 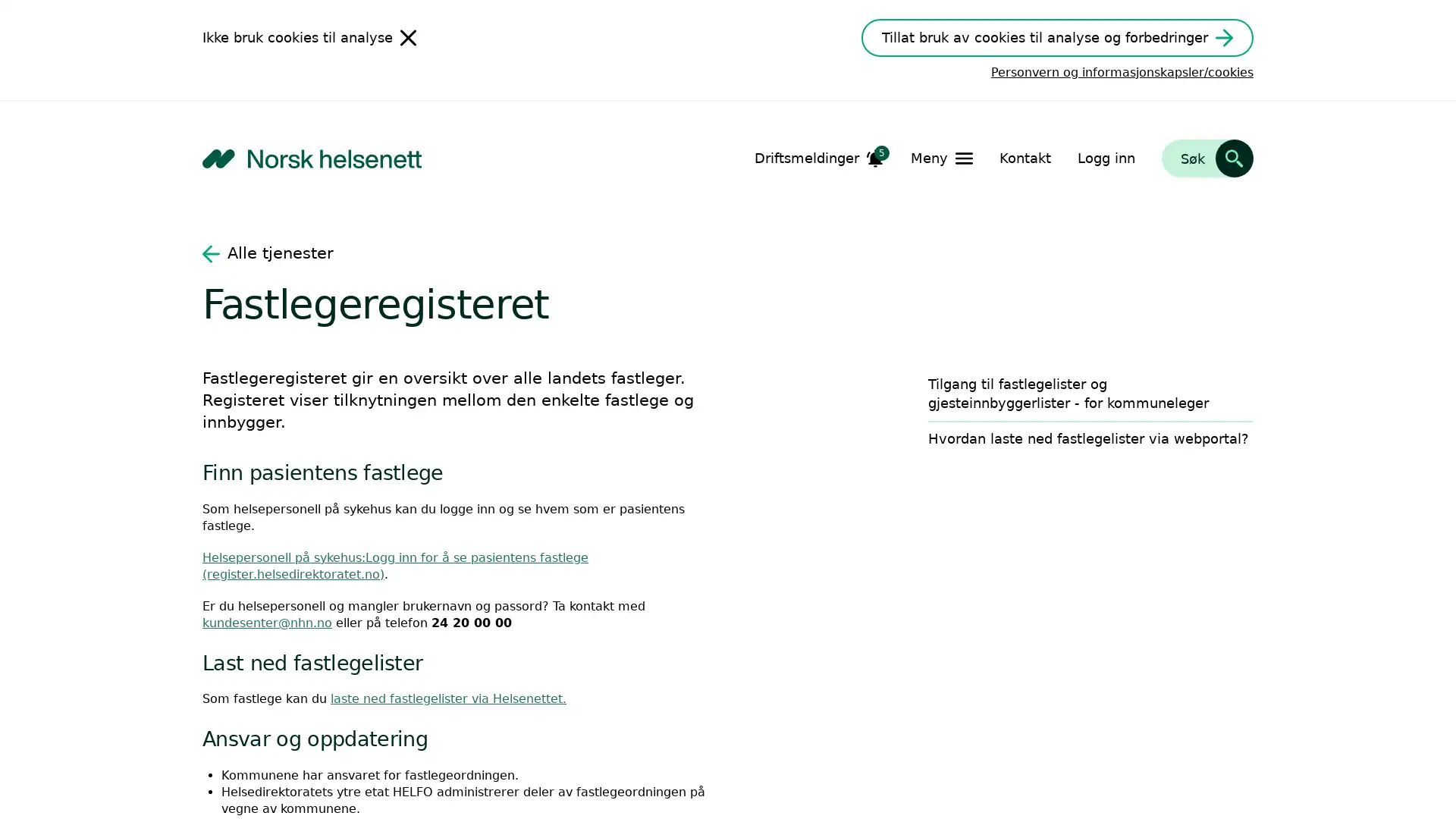 What do you see at coordinates (941, 158) in the screenshot?
I see `Apne Meny` at bounding box center [941, 158].